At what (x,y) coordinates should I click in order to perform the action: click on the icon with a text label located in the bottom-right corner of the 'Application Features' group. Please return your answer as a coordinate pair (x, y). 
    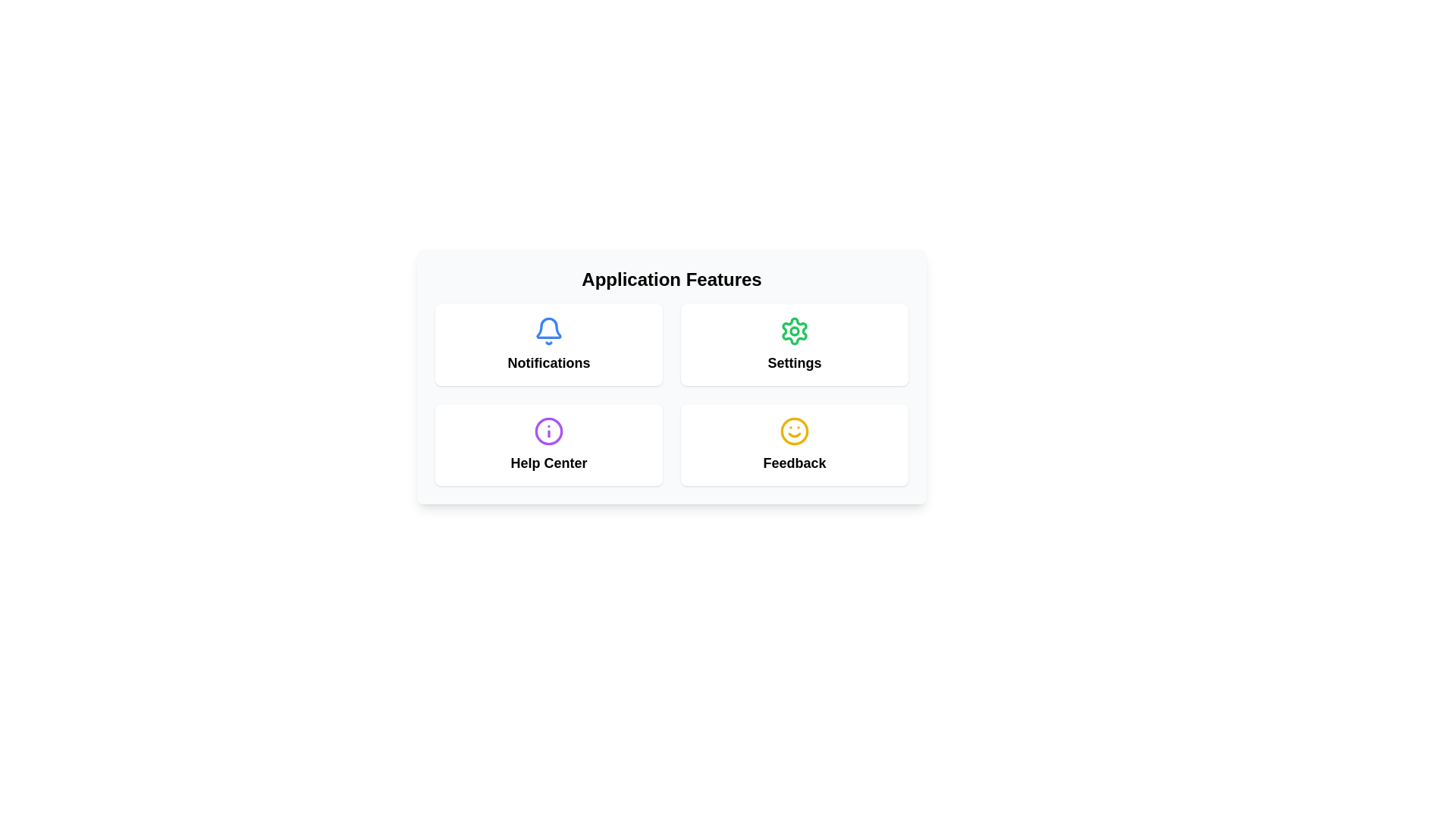
    Looking at the image, I should click on (793, 444).